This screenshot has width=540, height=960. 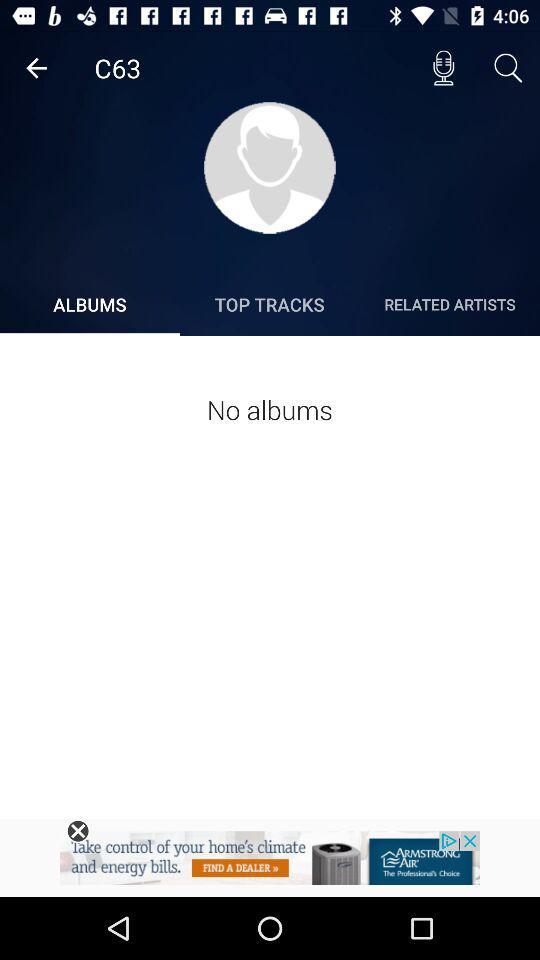 I want to click on the x symbol which is left side bottom of the page, so click(x=76, y=830).